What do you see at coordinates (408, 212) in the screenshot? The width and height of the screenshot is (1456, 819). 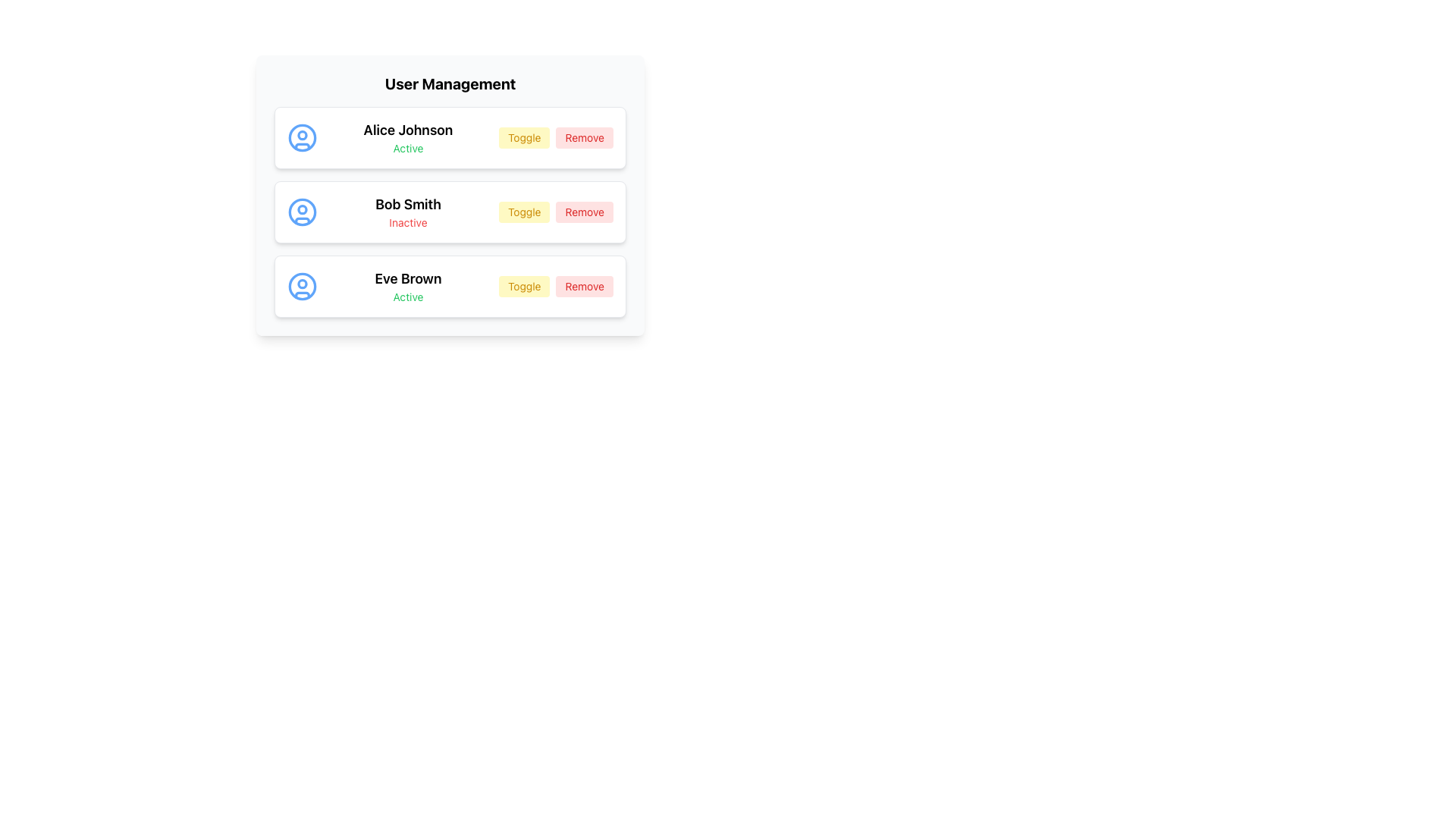 I see `the static text component displaying user-related details, which is the second item in a vertical list of user entries, positioned between a user icon and two buttons labeled 'Toggle' and 'Remove'` at bounding box center [408, 212].